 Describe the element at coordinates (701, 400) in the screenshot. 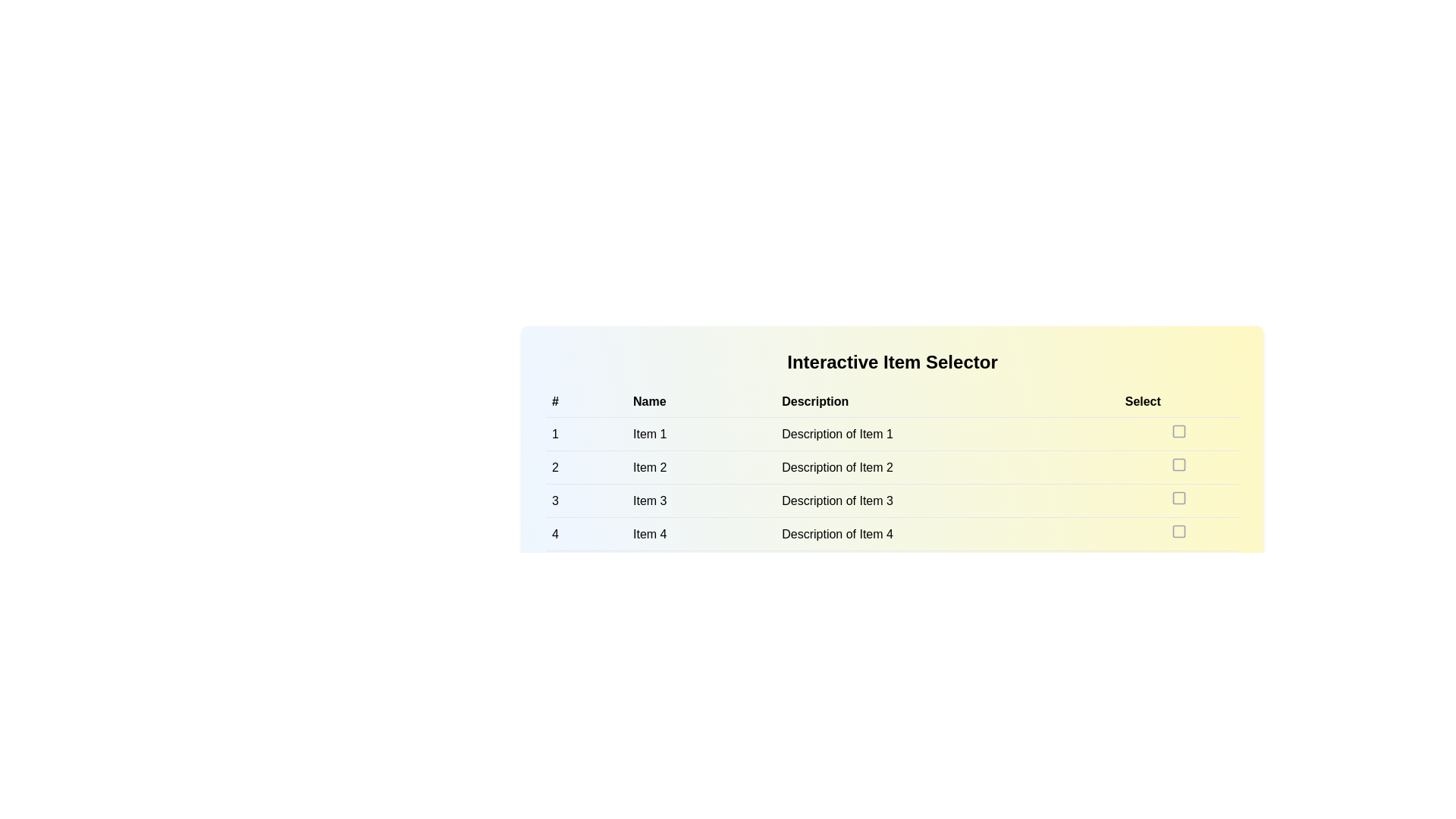

I see `the 'Name' column header to sort the table by name` at that location.